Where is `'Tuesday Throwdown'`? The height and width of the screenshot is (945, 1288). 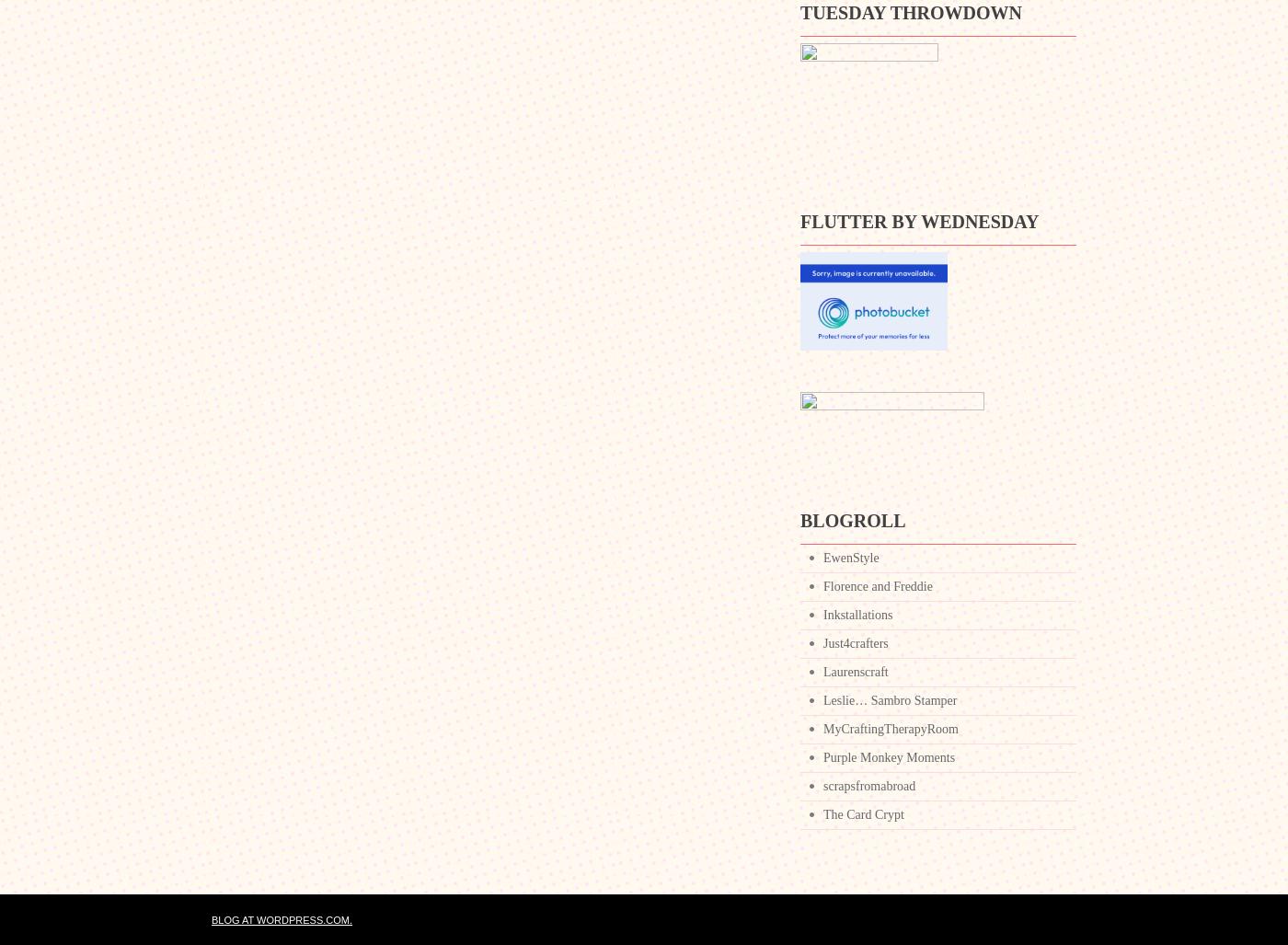
'Tuesday Throwdown' is located at coordinates (910, 12).